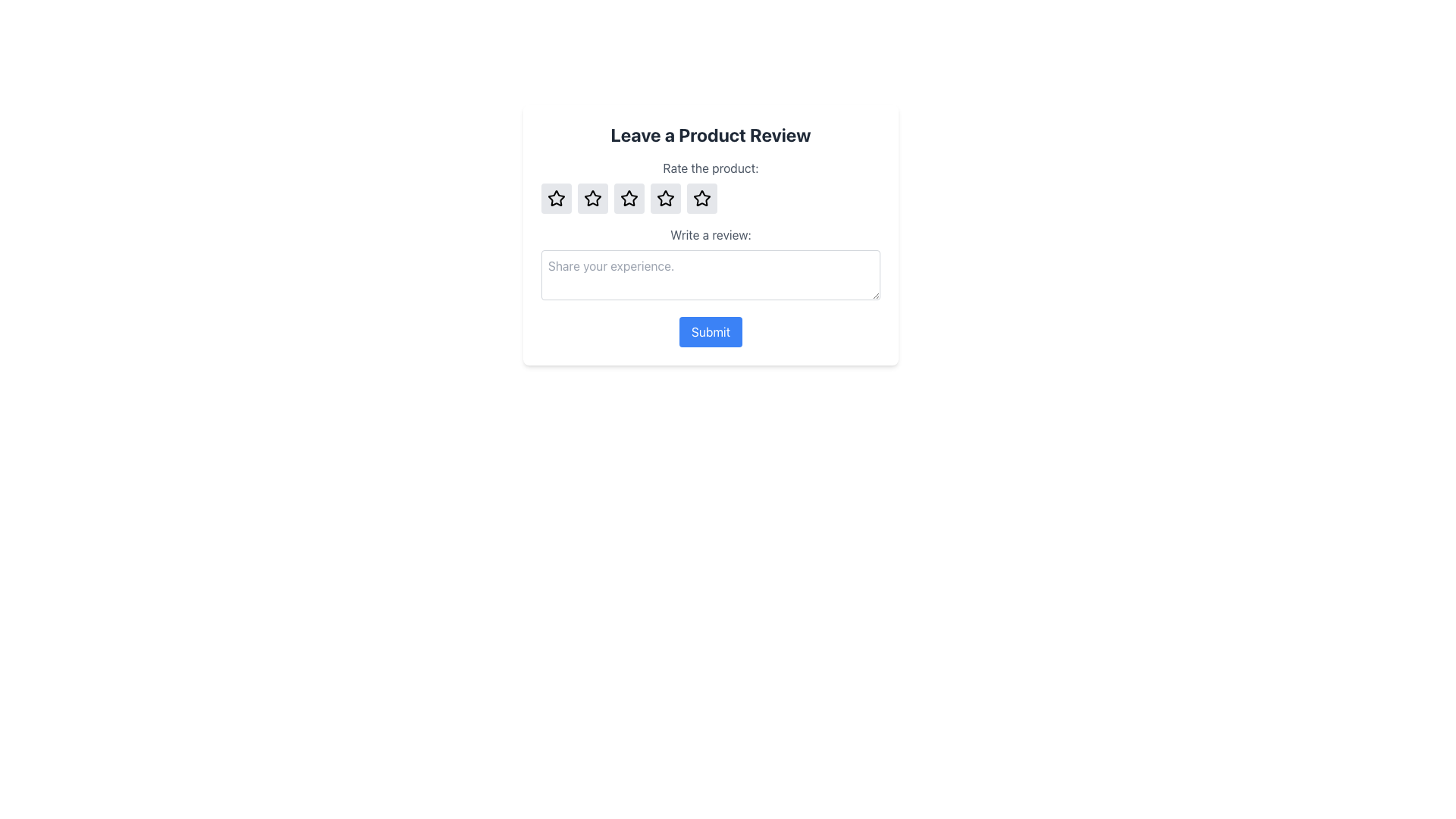  I want to click on the third star icon, so click(629, 198).